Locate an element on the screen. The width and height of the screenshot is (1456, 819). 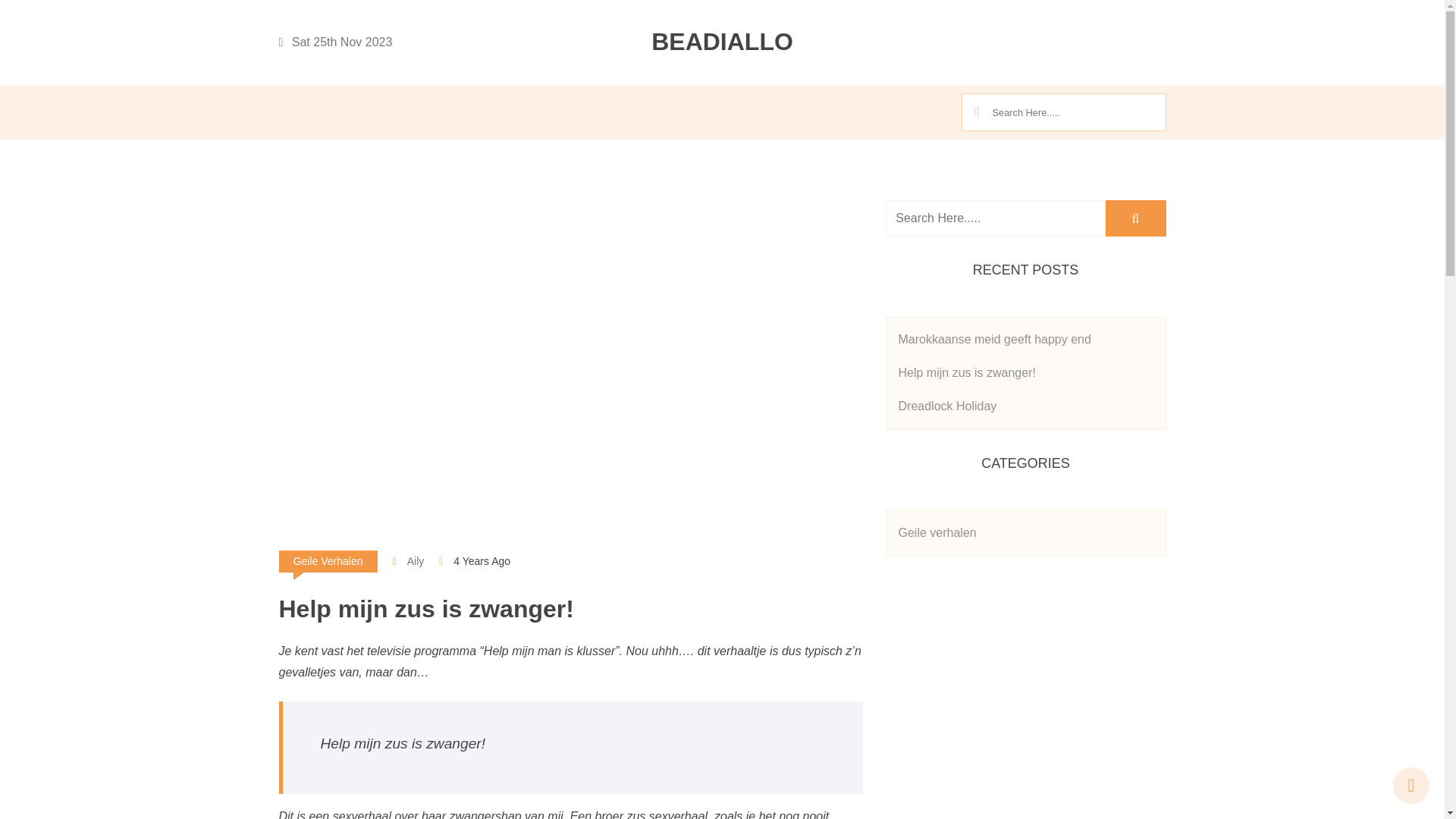
'Geile Verhalen' is located at coordinates (327, 561).